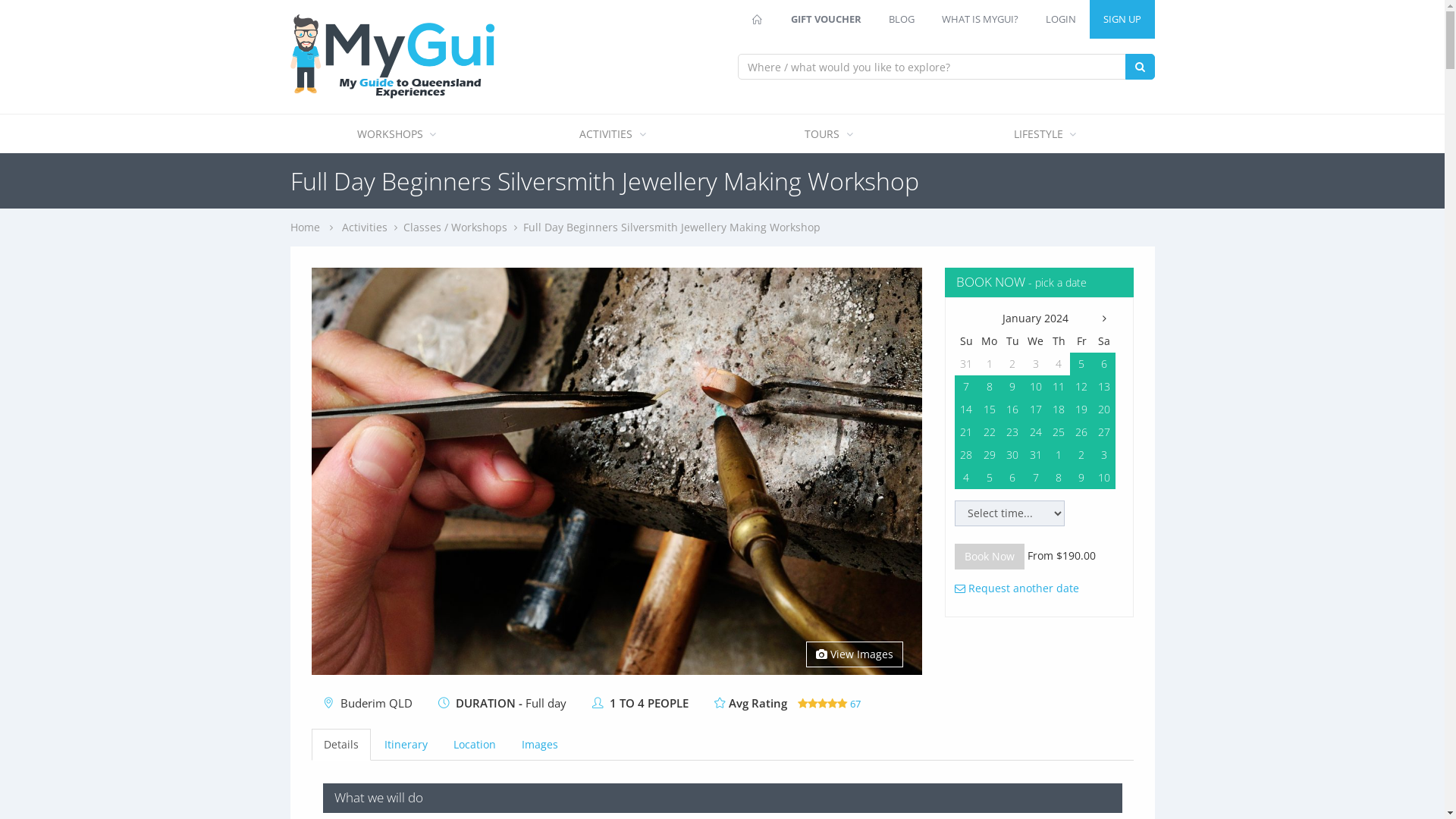 This screenshot has width=1456, height=819. Describe the element at coordinates (902, 19) in the screenshot. I see `'BLOG'` at that location.